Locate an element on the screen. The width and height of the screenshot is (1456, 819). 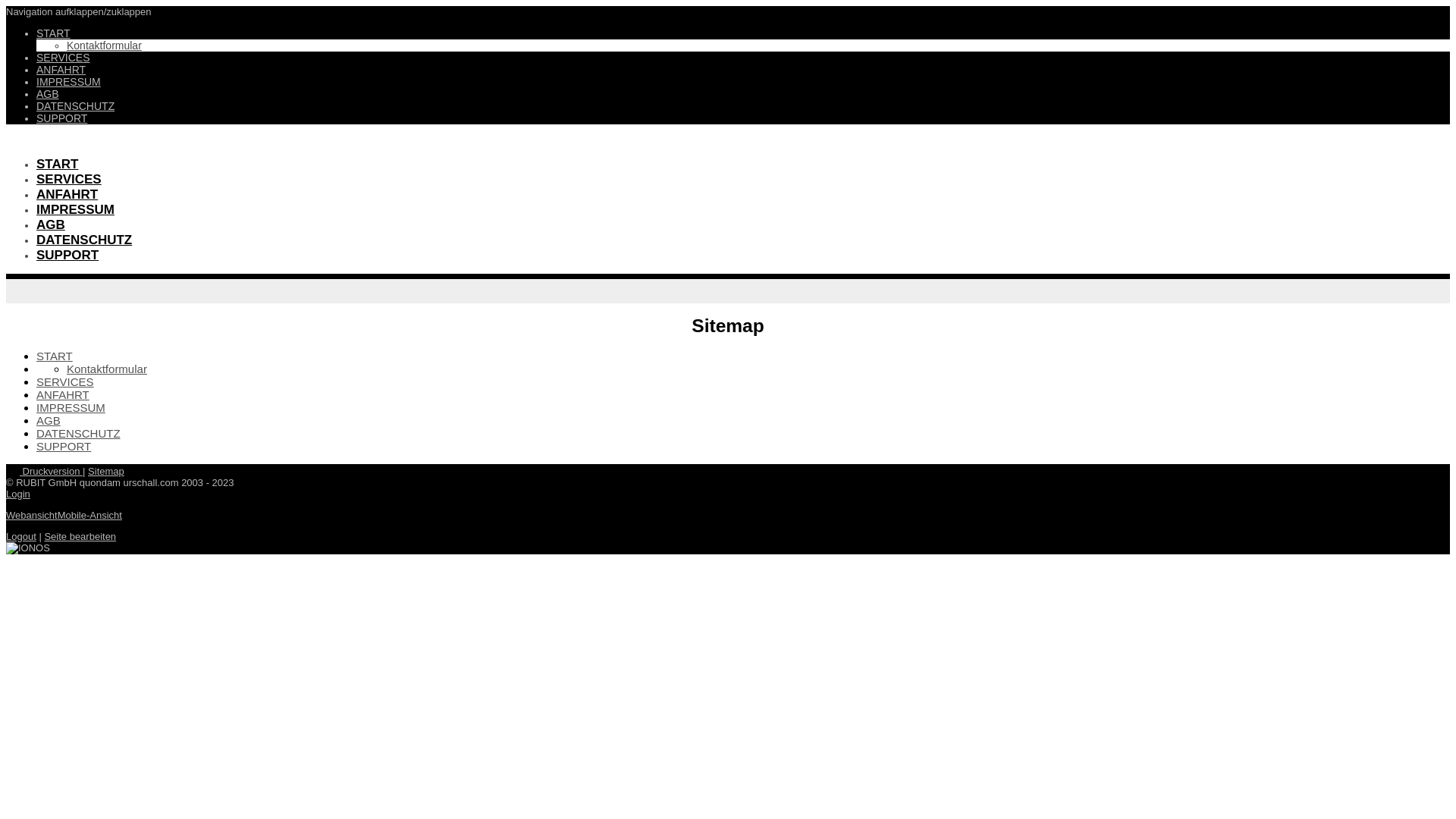
'Webansicht' is located at coordinates (6, 514).